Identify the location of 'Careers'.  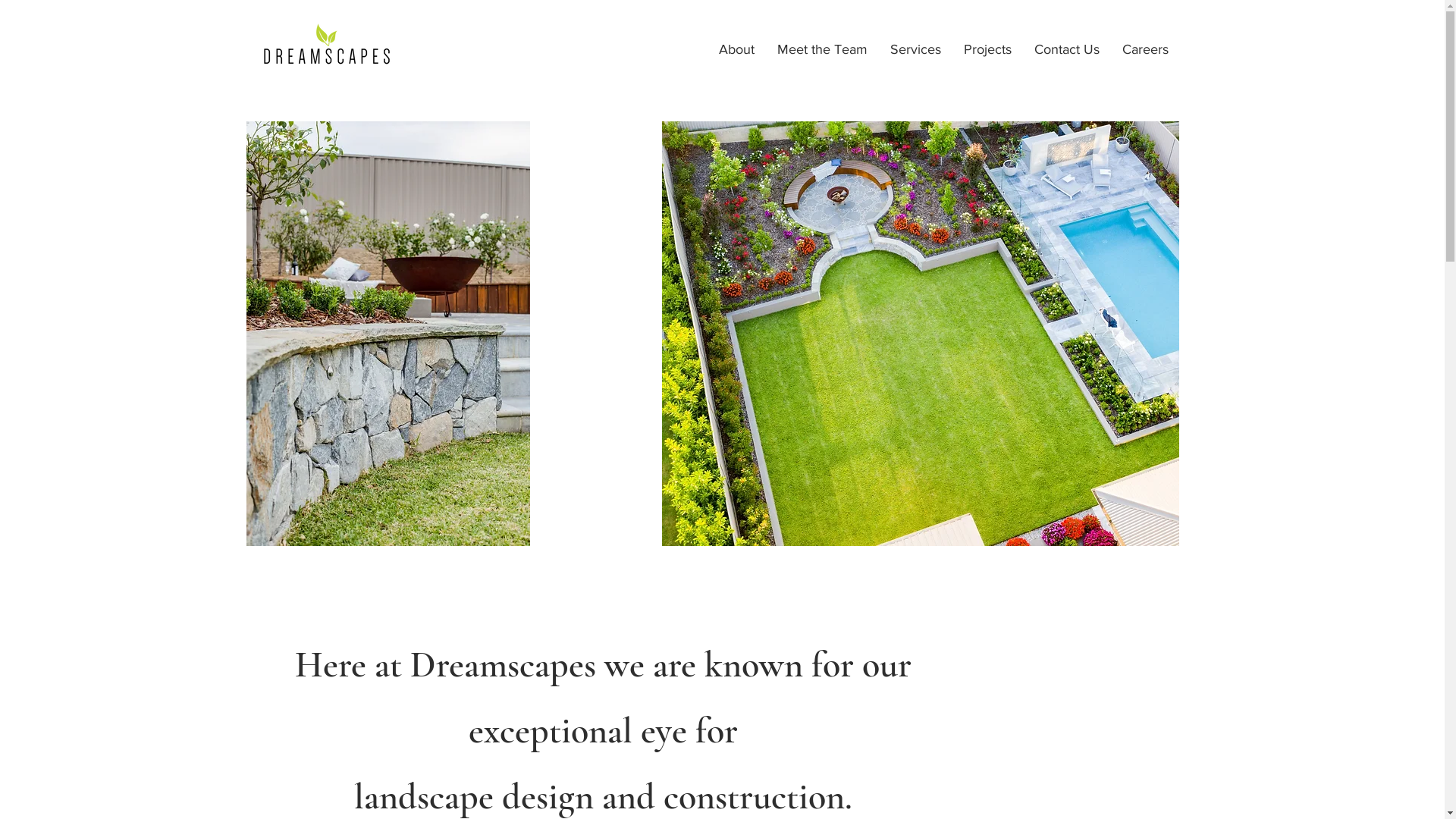
(1144, 49).